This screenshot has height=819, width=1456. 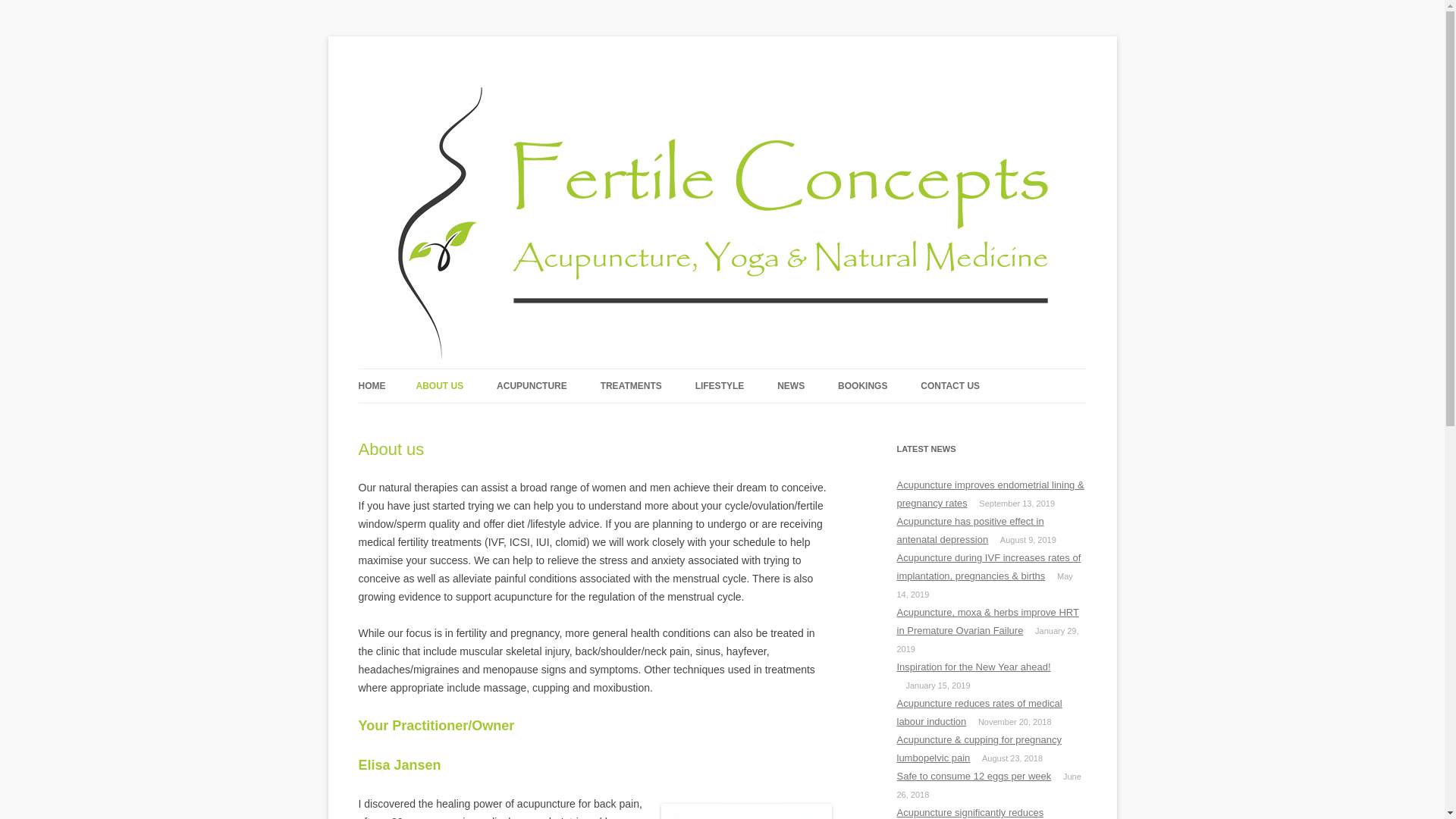 What do you see at coordinates (789, 385) in the screenshot?
I see `'NEWS'` at bounding box center [789, 385].